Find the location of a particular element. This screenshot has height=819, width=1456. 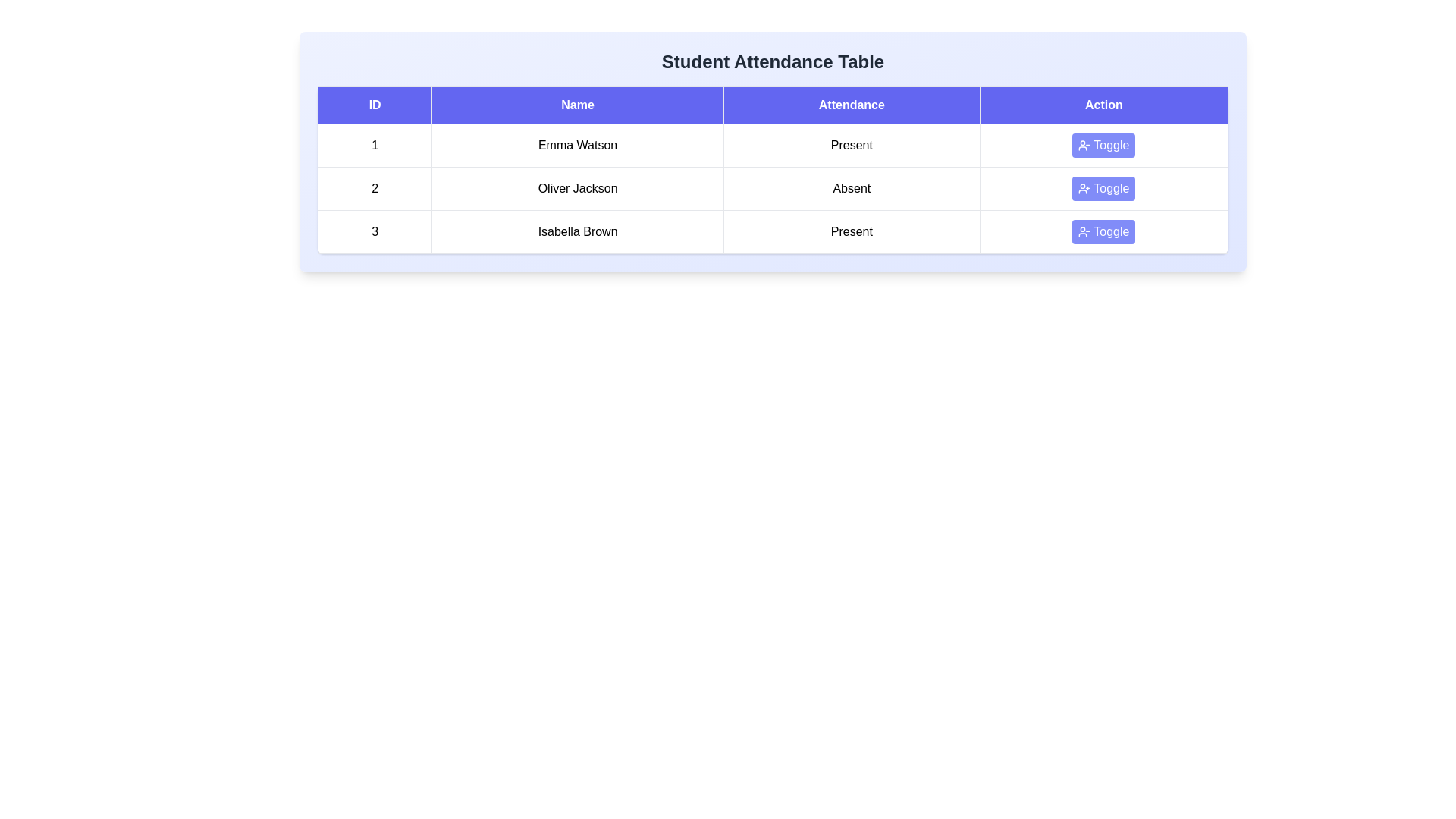

the toggle button in the last column of the first row in the 'Student Attendance Table' to interact via keyboard is located at coordinates (1103, 146).